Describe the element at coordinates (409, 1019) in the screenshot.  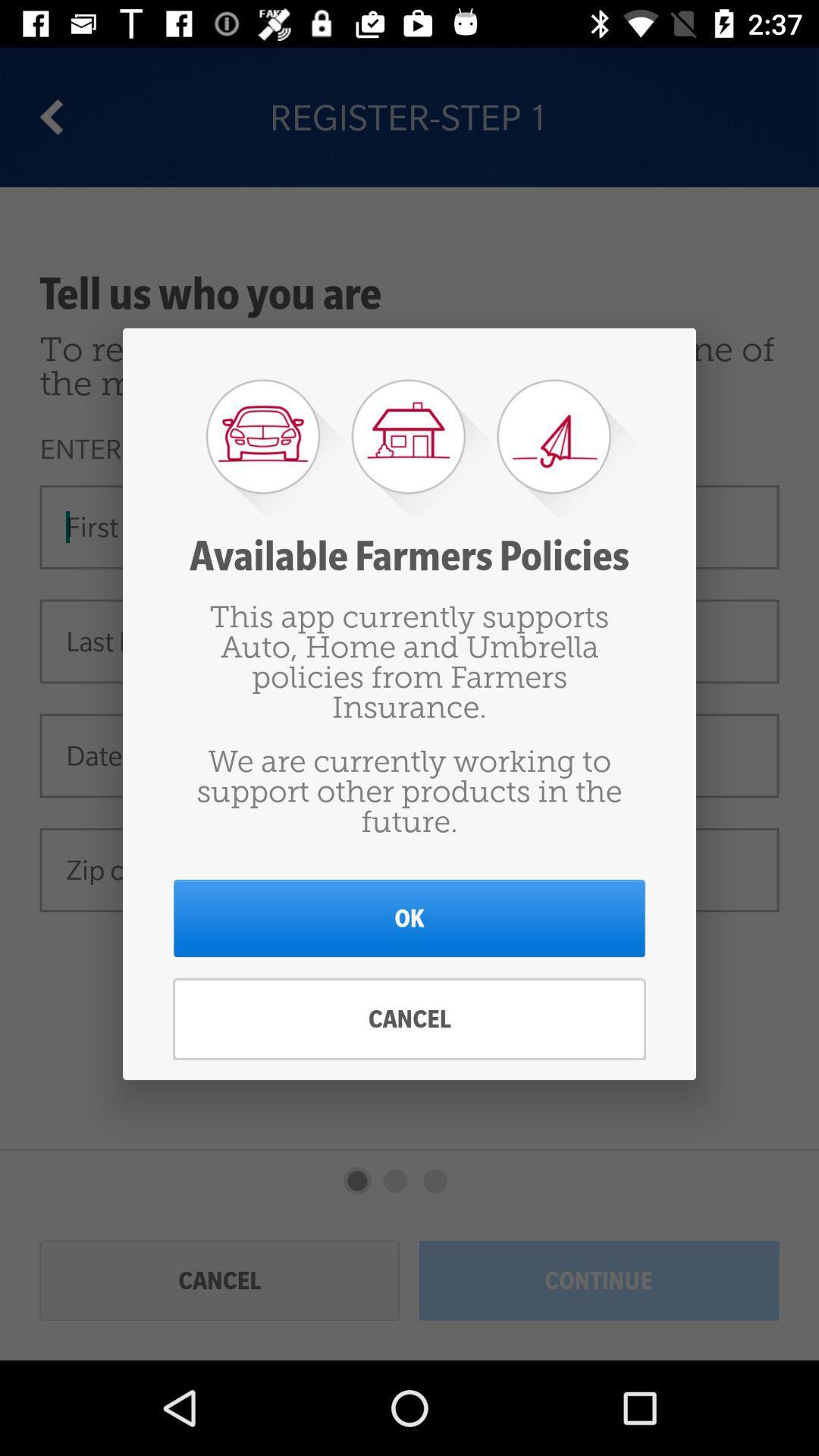
I see `the icon below the ok` at that location.